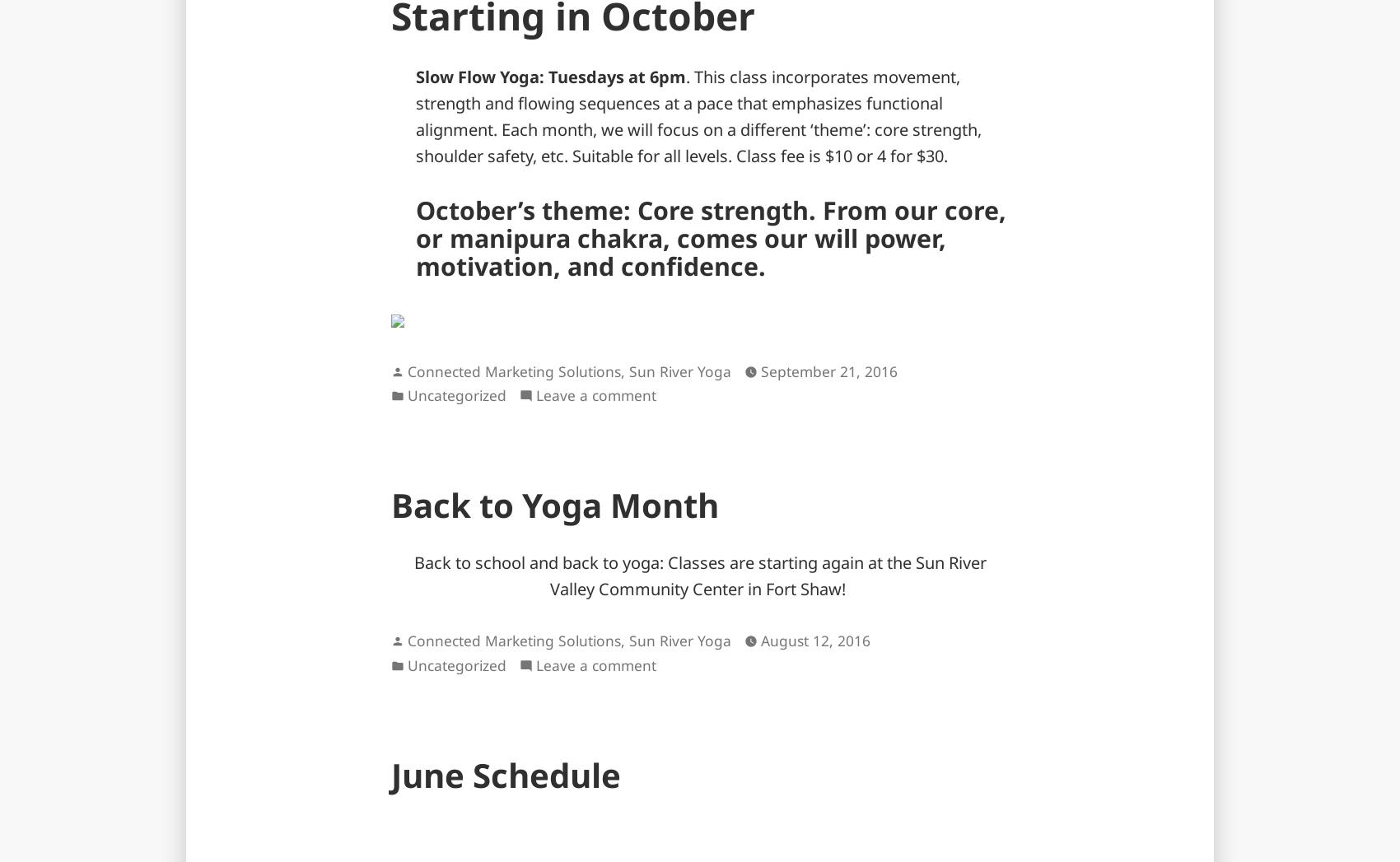 The width and height of the screenshot is (1400, 862). I want to click on '. This class incorporates movement, strength and flowing sequences at a pace that emphasizes functional alignment. Each month, we will focus on a different ‘theme’: core strength, shoulder safety, etc. Suitable for all levels. Class fee is $10 or 4 for $30.', so click(698, 114).